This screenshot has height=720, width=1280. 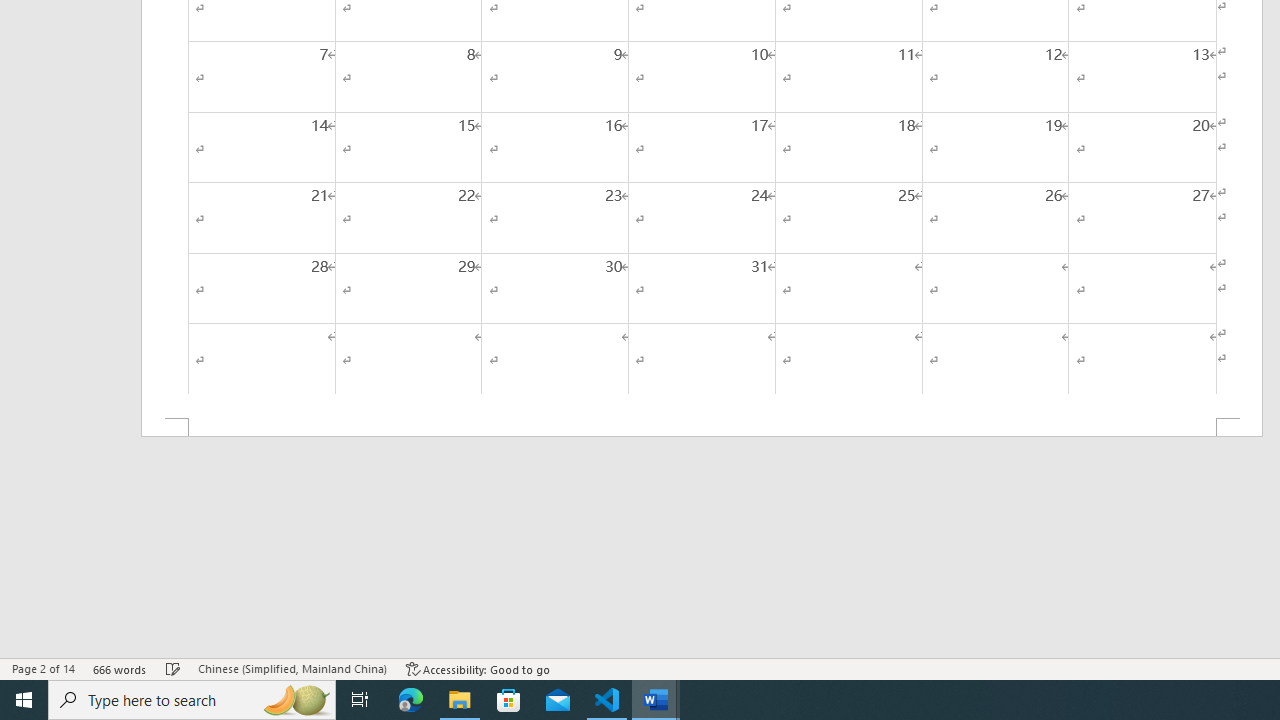 I want to click on 'Search highlights icon opens search home window', so click(x=294, y=698).